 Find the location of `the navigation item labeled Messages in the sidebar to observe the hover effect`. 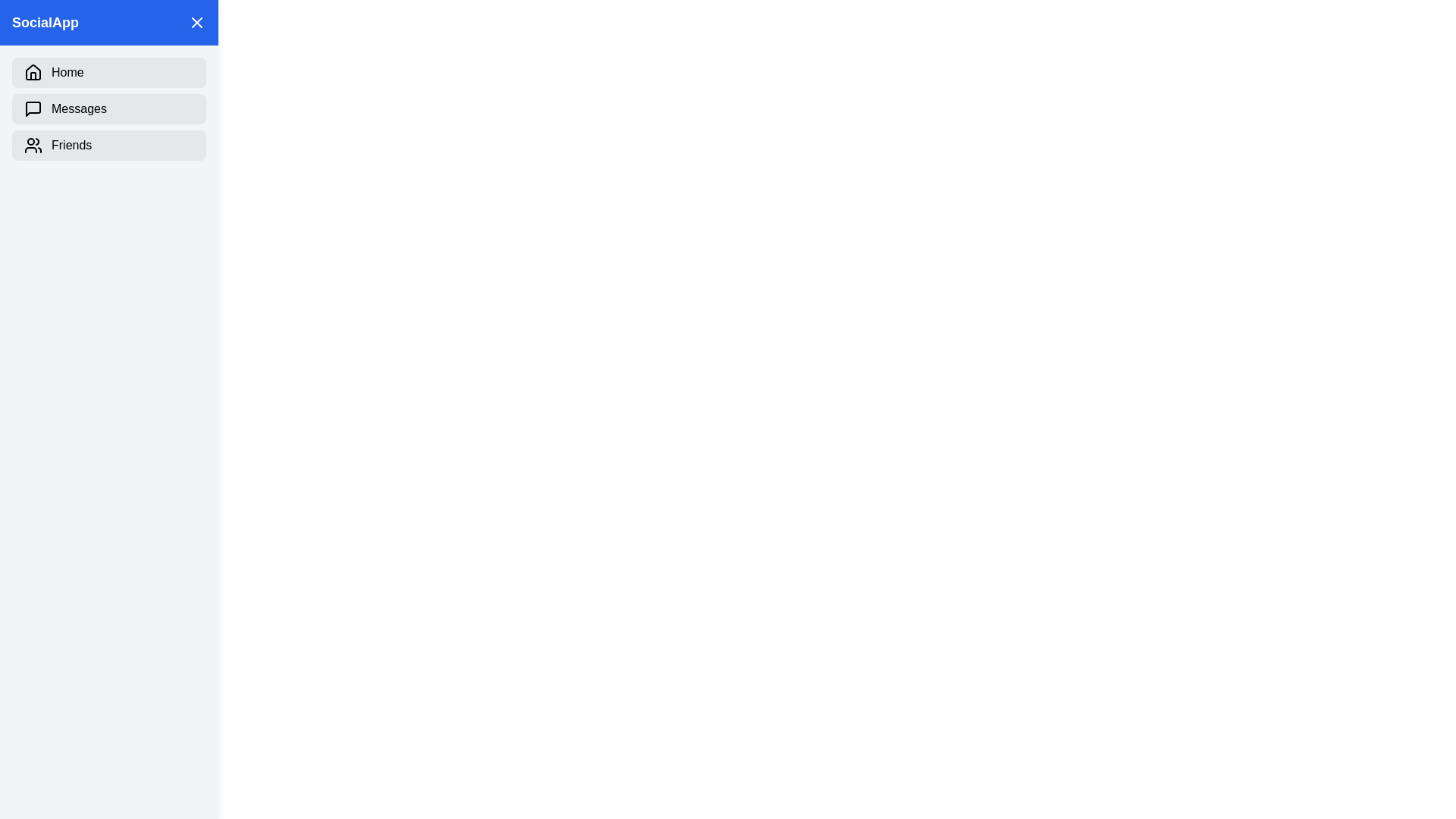

the navigation item labeled Messages in the sidebar to observe the hover effect is located at coordinates (108, 108).